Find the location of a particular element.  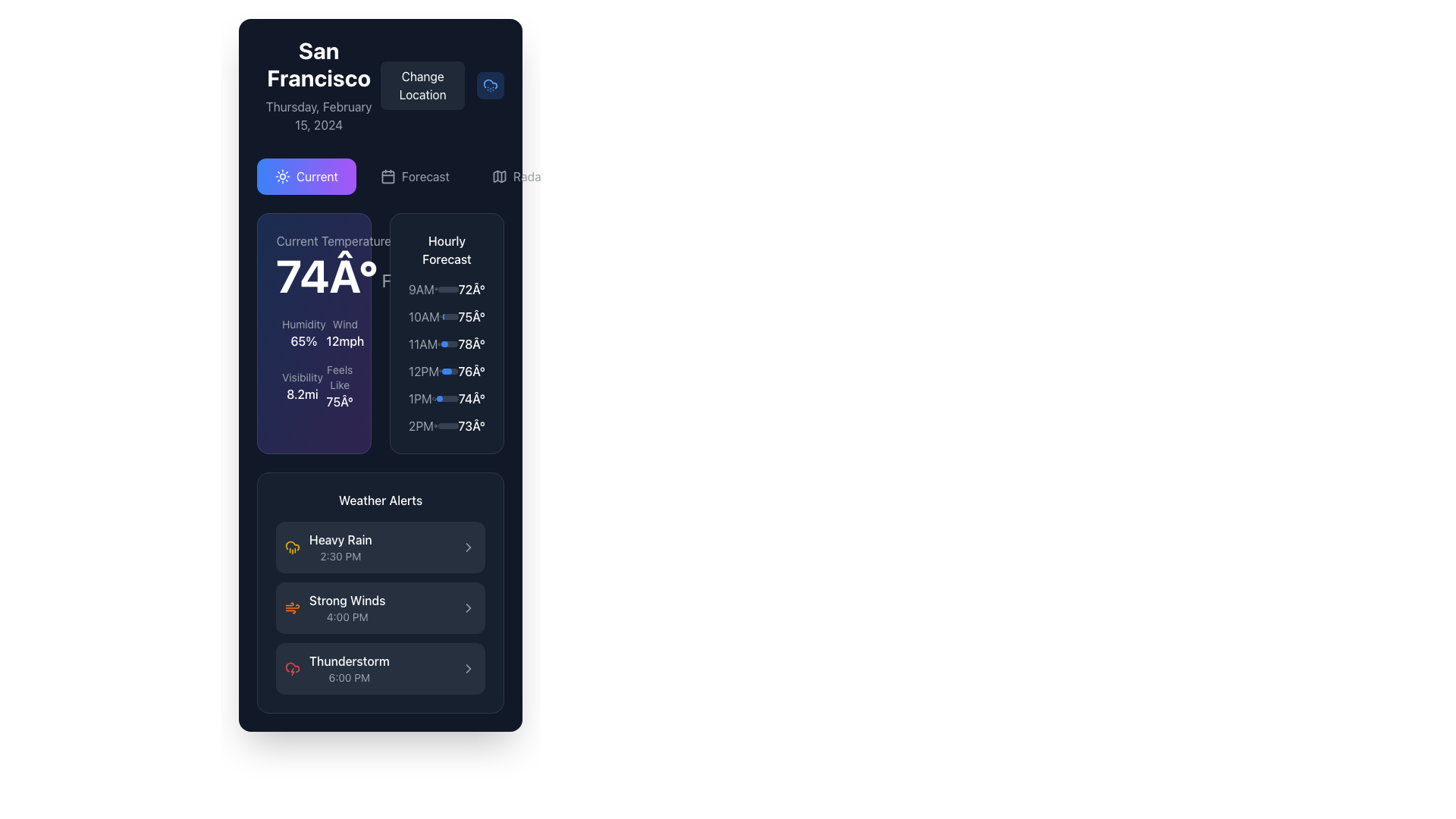

the folded map icon, which is styled in a modern graphic design and located next to the 'Radar' text label in the upper-right corner of the user interface, to interact with it is located at coordinates (499, 175).